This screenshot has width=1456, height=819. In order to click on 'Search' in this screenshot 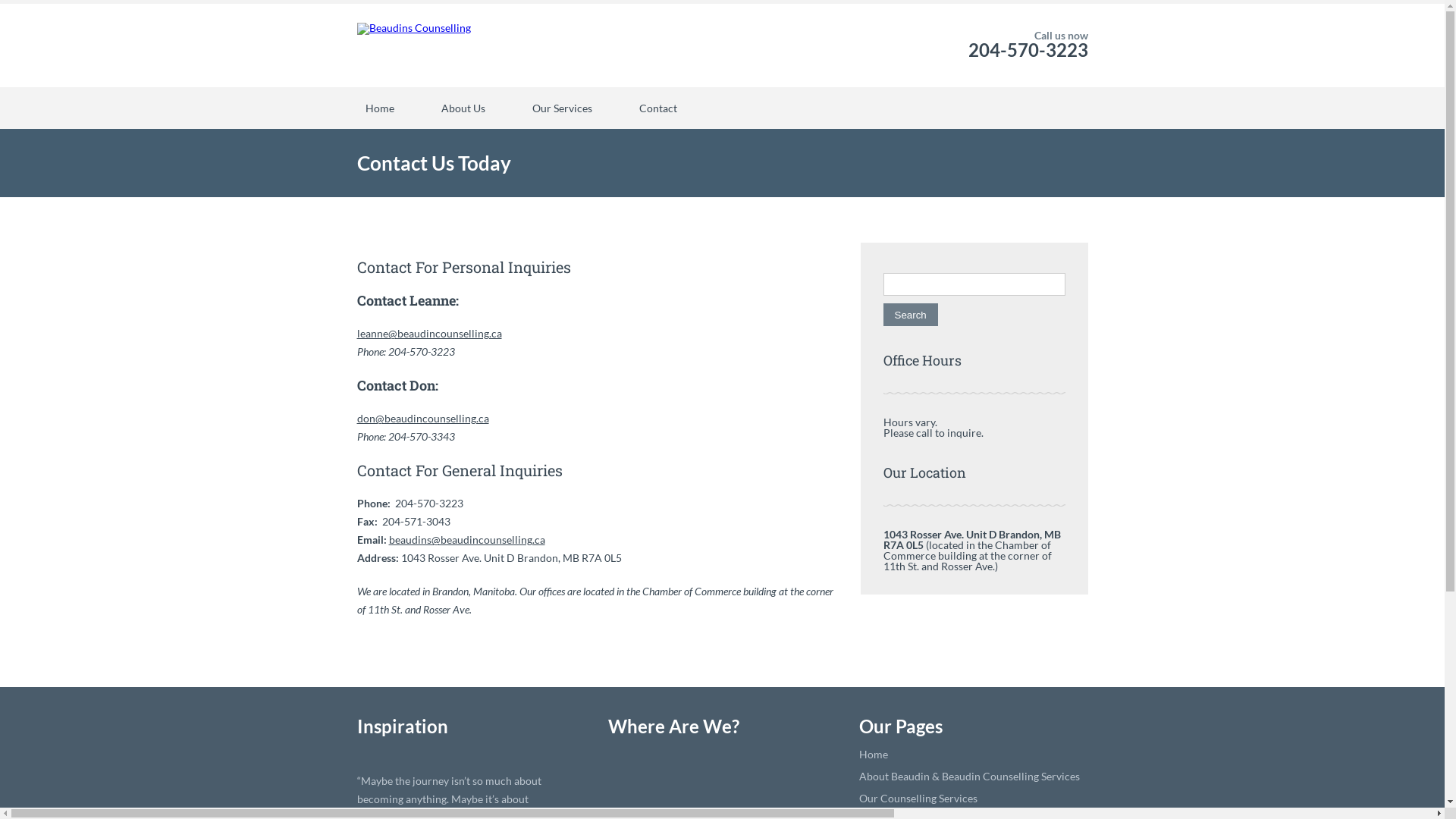, I will do `click(882, 314)`.